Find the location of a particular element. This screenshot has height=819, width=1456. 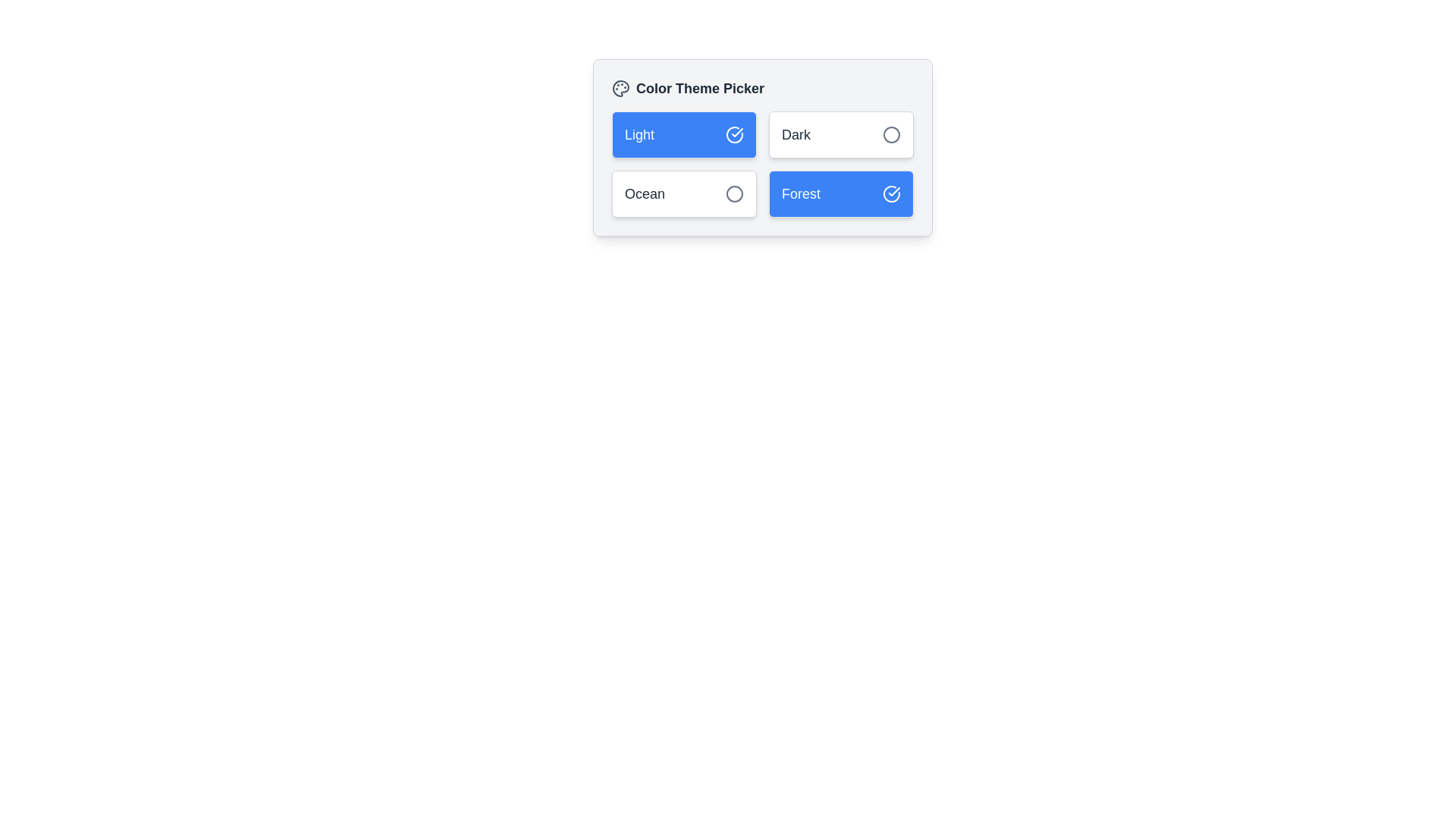

the button labeled Forest to observe visual feedback is located at coordinates (840, 193).